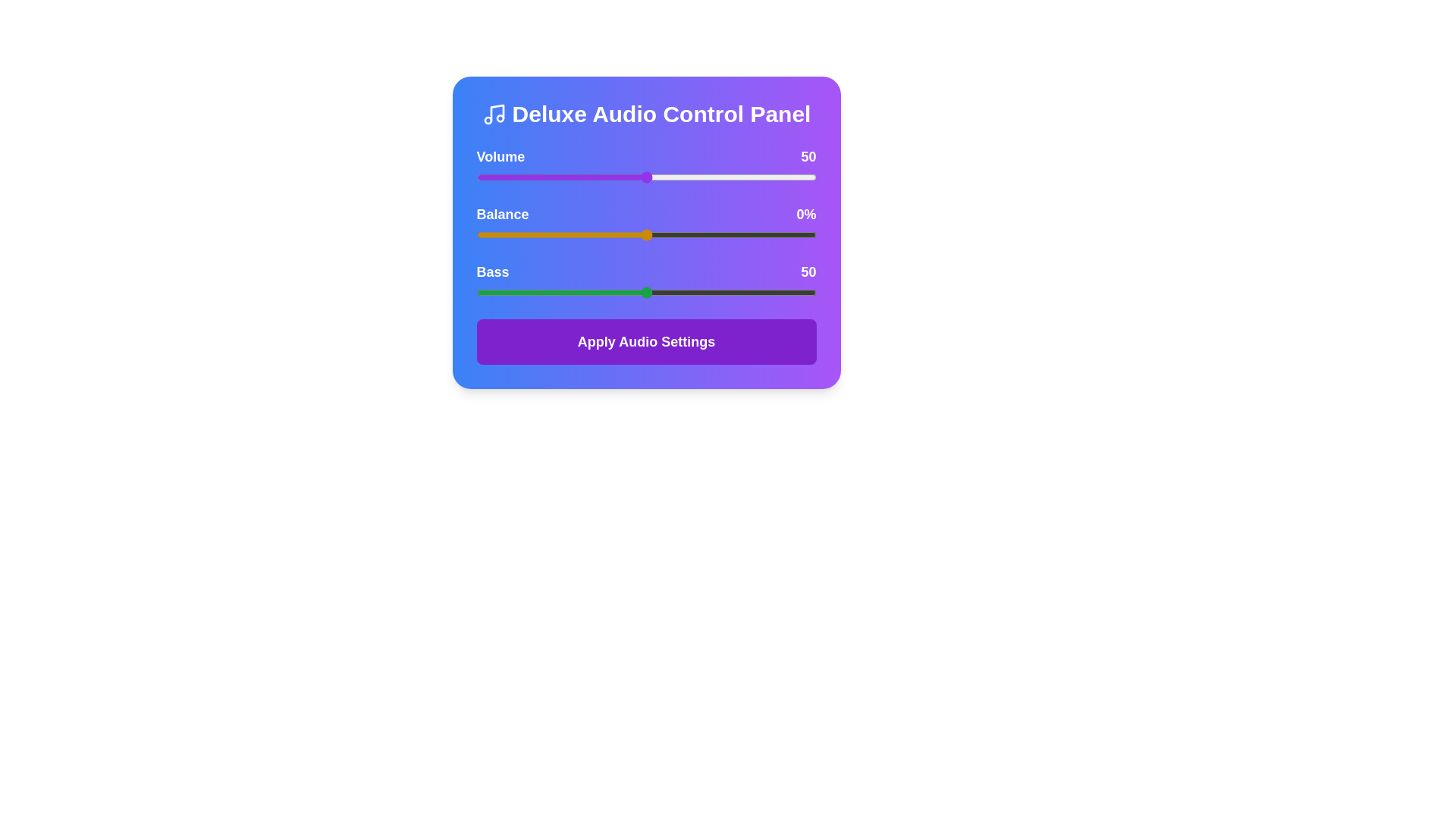  What do you see at coordinates (604, 234) in the screenshot?
I see `balance` at bounding box center [604, 234].